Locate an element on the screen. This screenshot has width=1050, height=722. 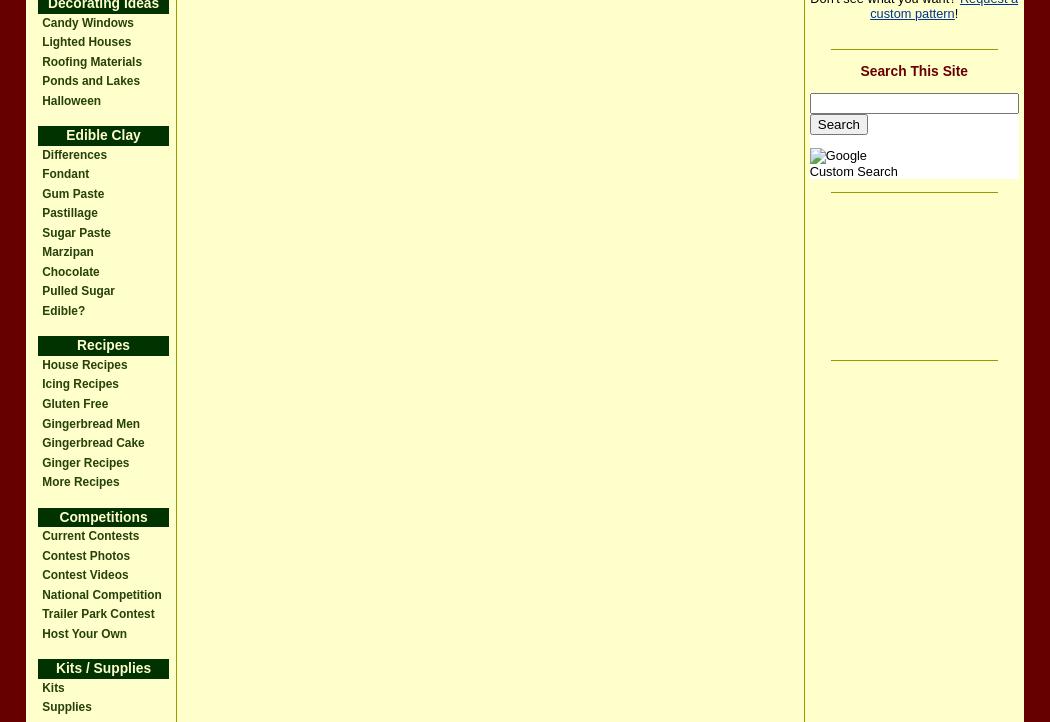
'Edible?' is located at coordinates (41, 309).